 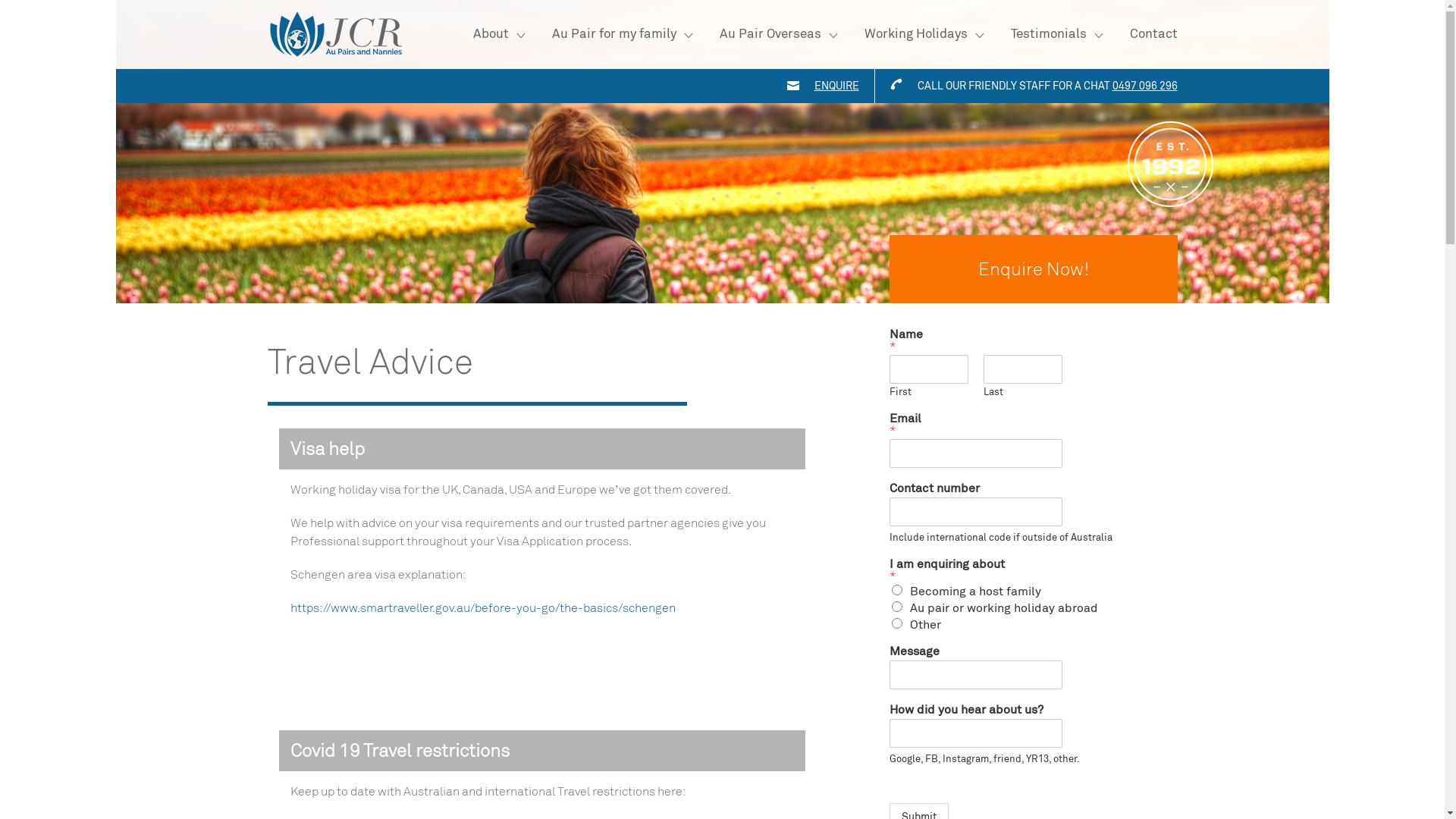 What do you see at coordinates (814, 86) in the screenshot?
I see `'ENQUIRE'` at bounding box center [814, 86].